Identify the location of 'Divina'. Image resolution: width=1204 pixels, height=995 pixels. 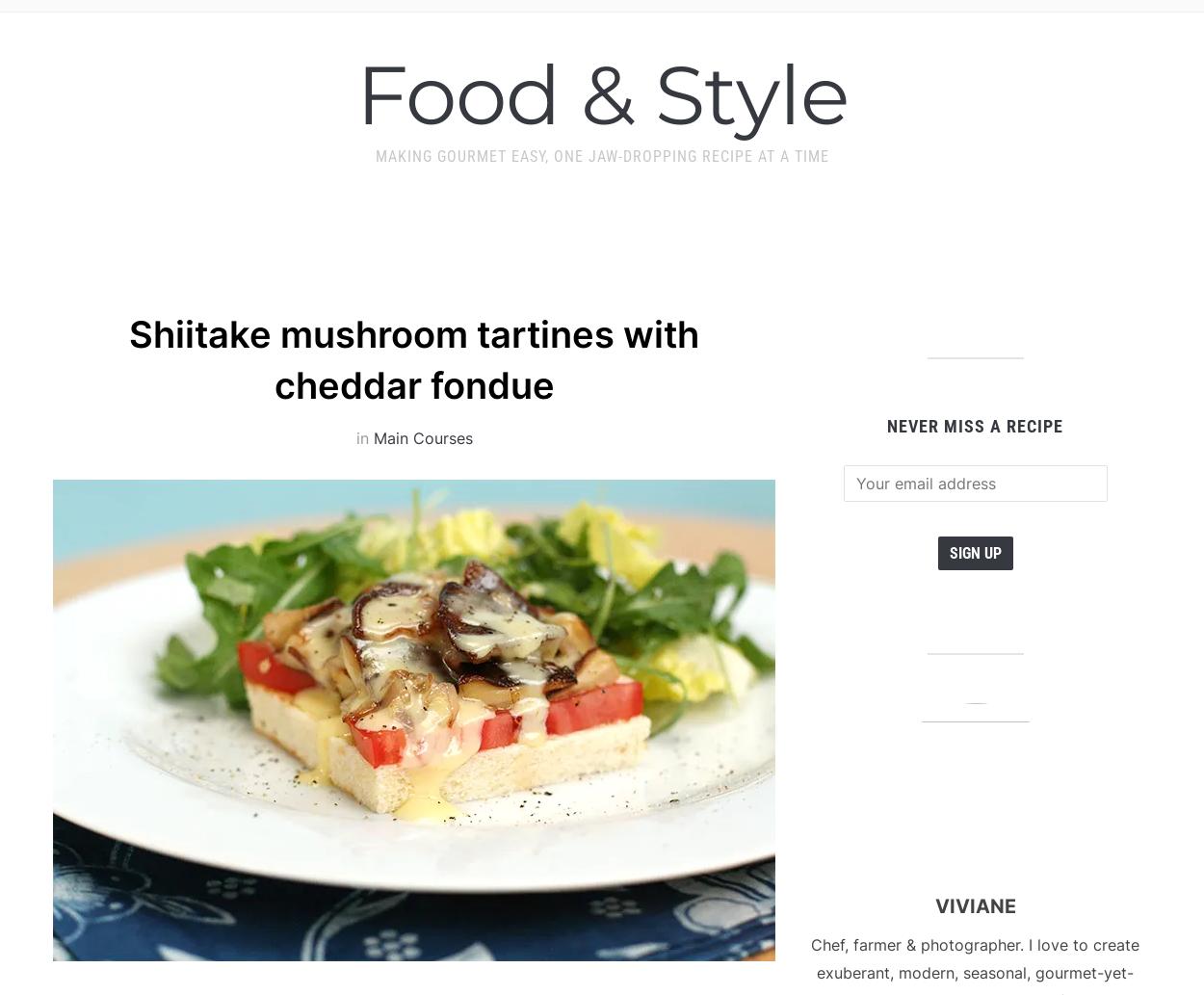
(190, 547).